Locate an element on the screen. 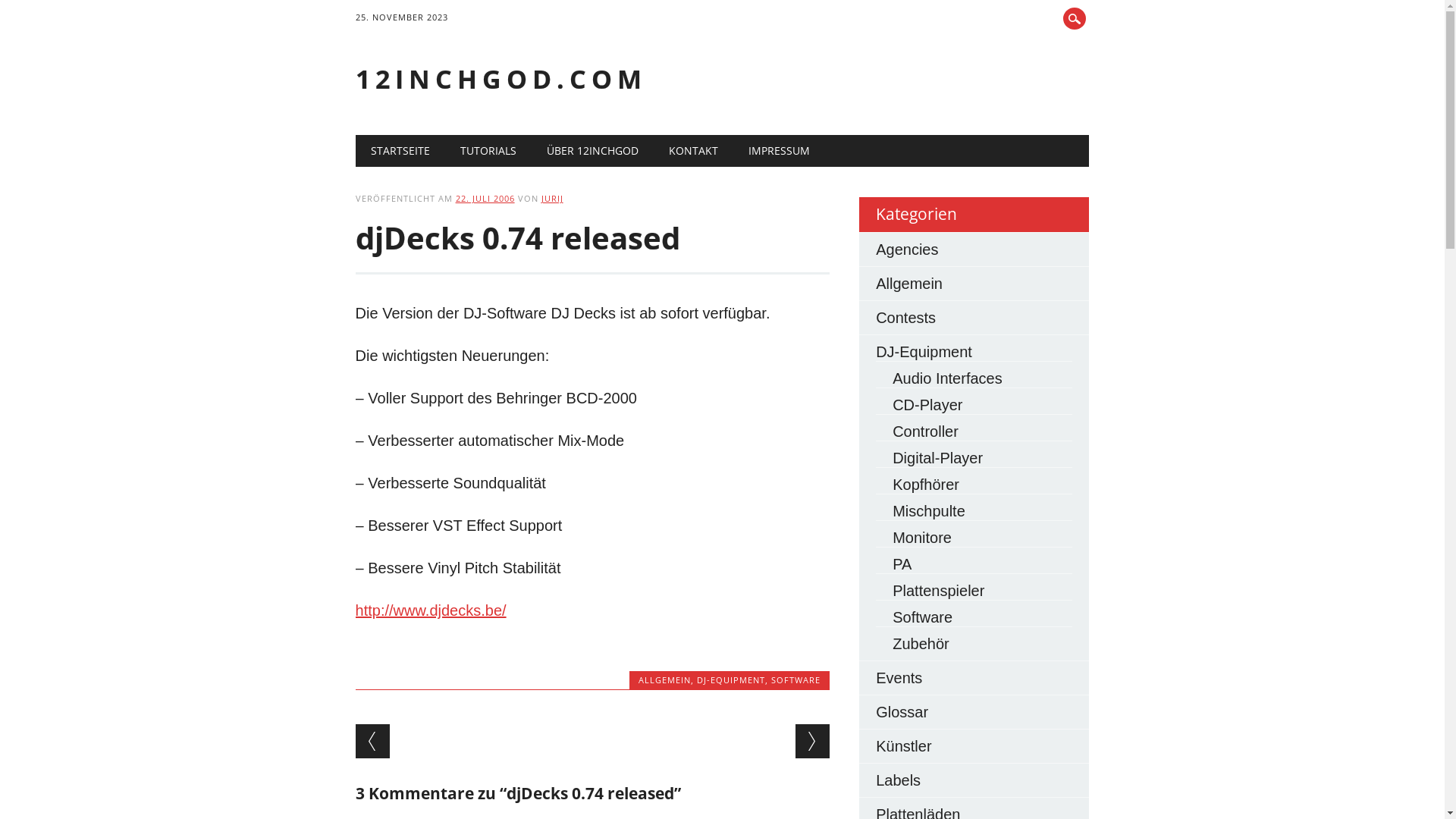  'Controller' is located at coordinates (924, 431).